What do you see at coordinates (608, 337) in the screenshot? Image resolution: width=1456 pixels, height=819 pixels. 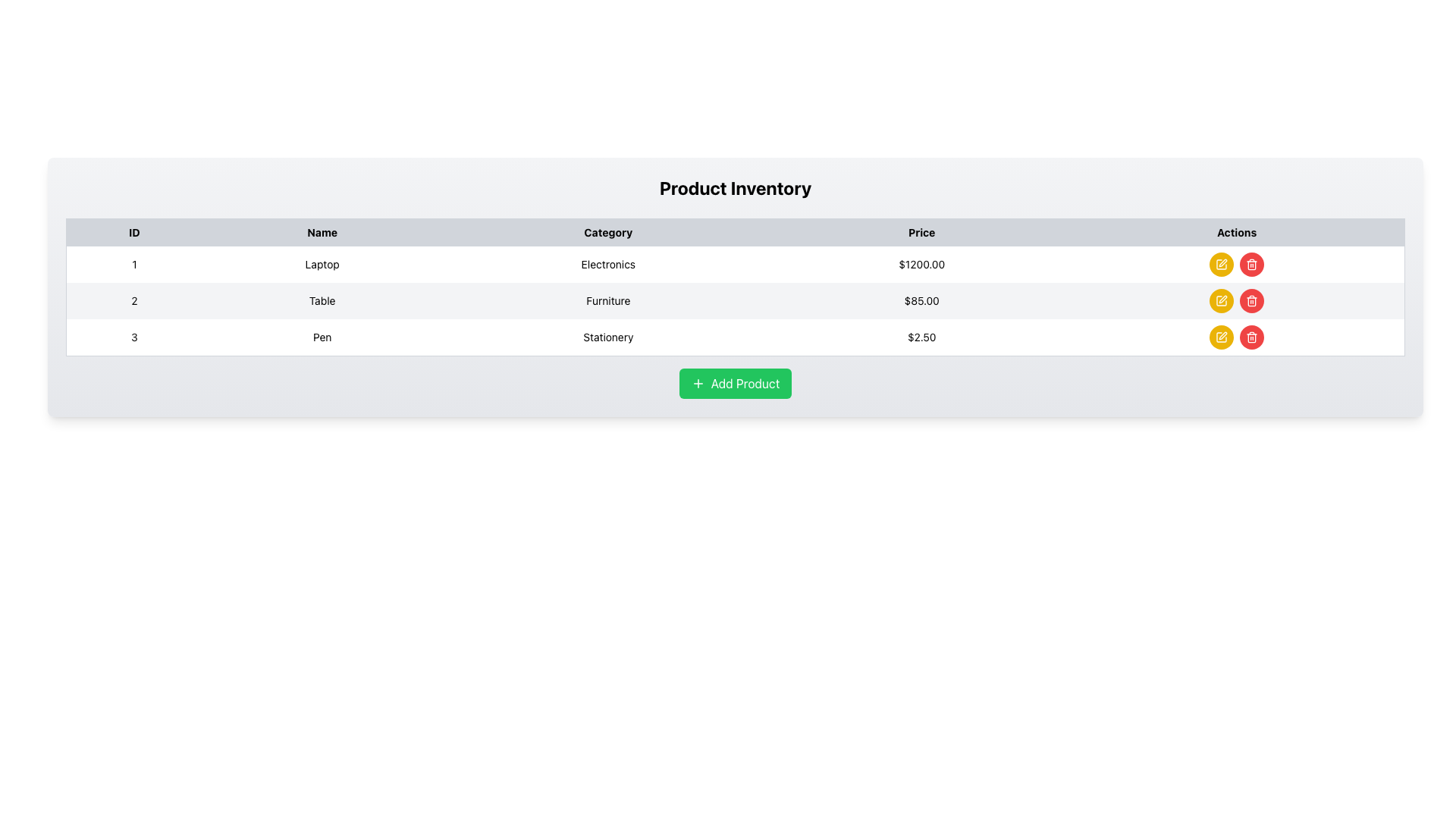 I see `the text label displaying 'Stationery' in the 'Category' column of the Product Inventory table, which is located between 'Pen' and '$2.50'` at bounding box center [608, 337].